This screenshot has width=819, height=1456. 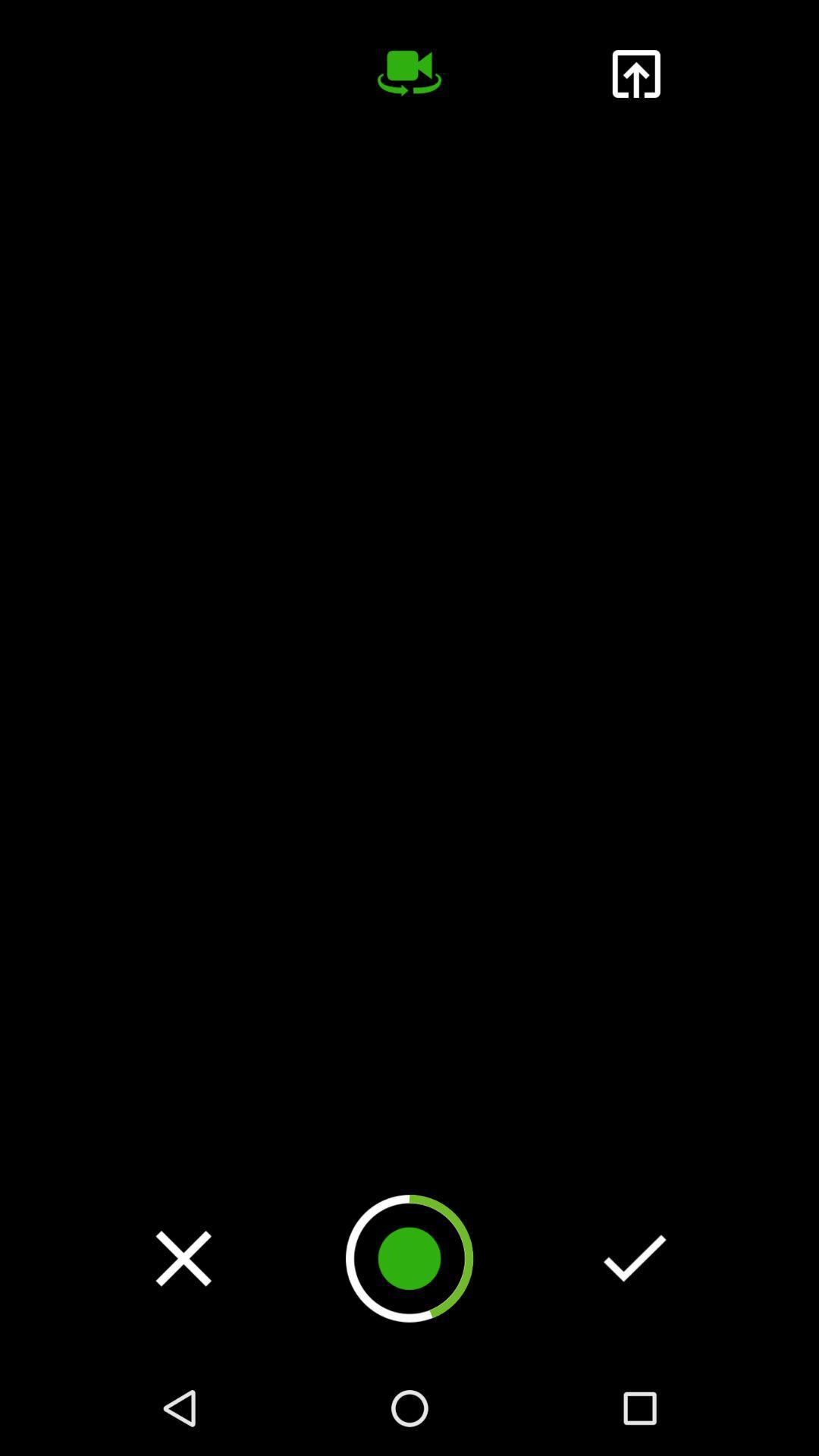 What do you see at coordinates (635, 73) in the screenshot?
I see `or share video` at bounding box center [635, 73].